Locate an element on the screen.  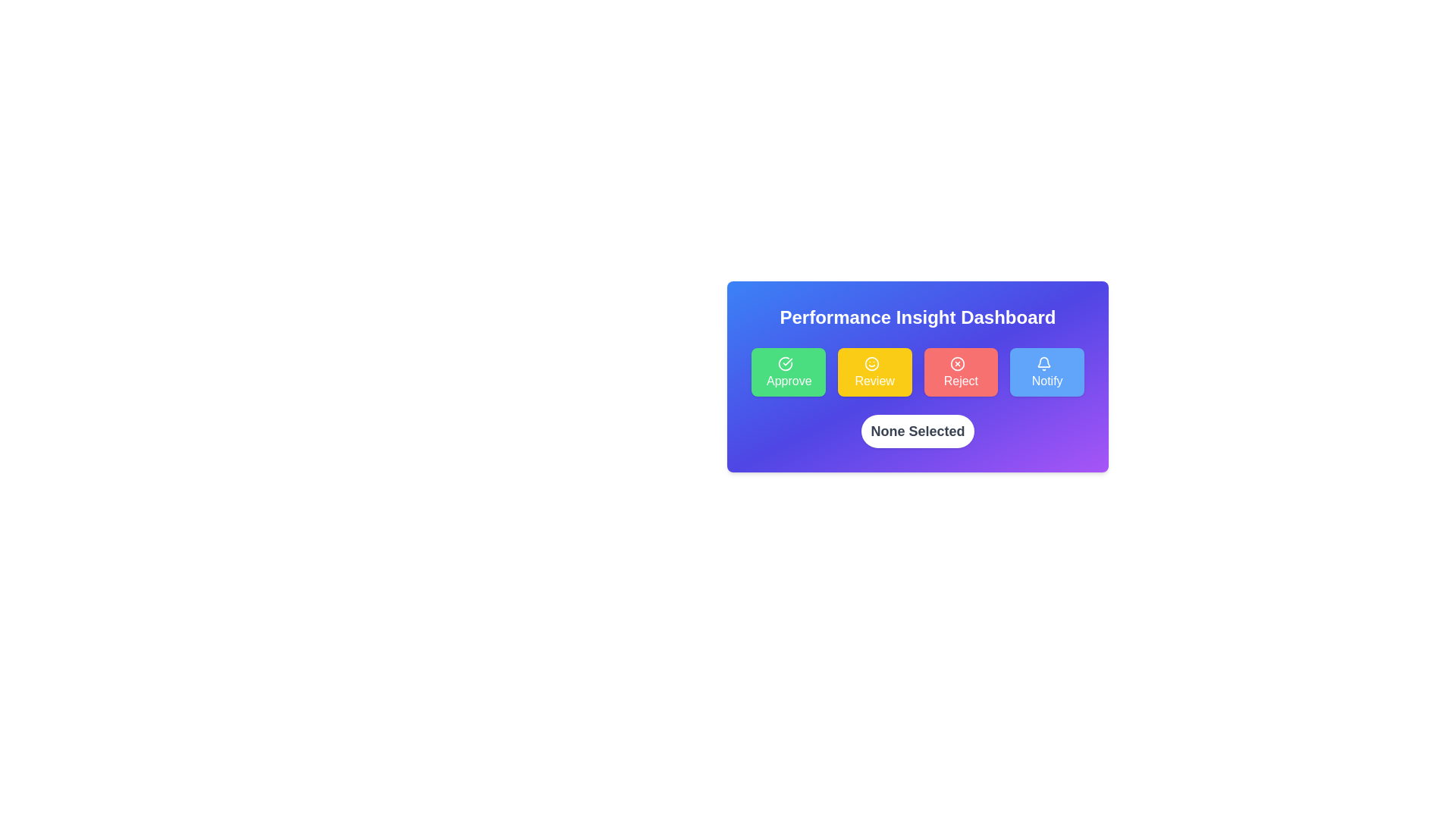
the notification icon located inside the blue 'Notify' button, which is the fourth button from the left in a row of four buttons at the bottom of the interface is located at coordinates (1043, 363).